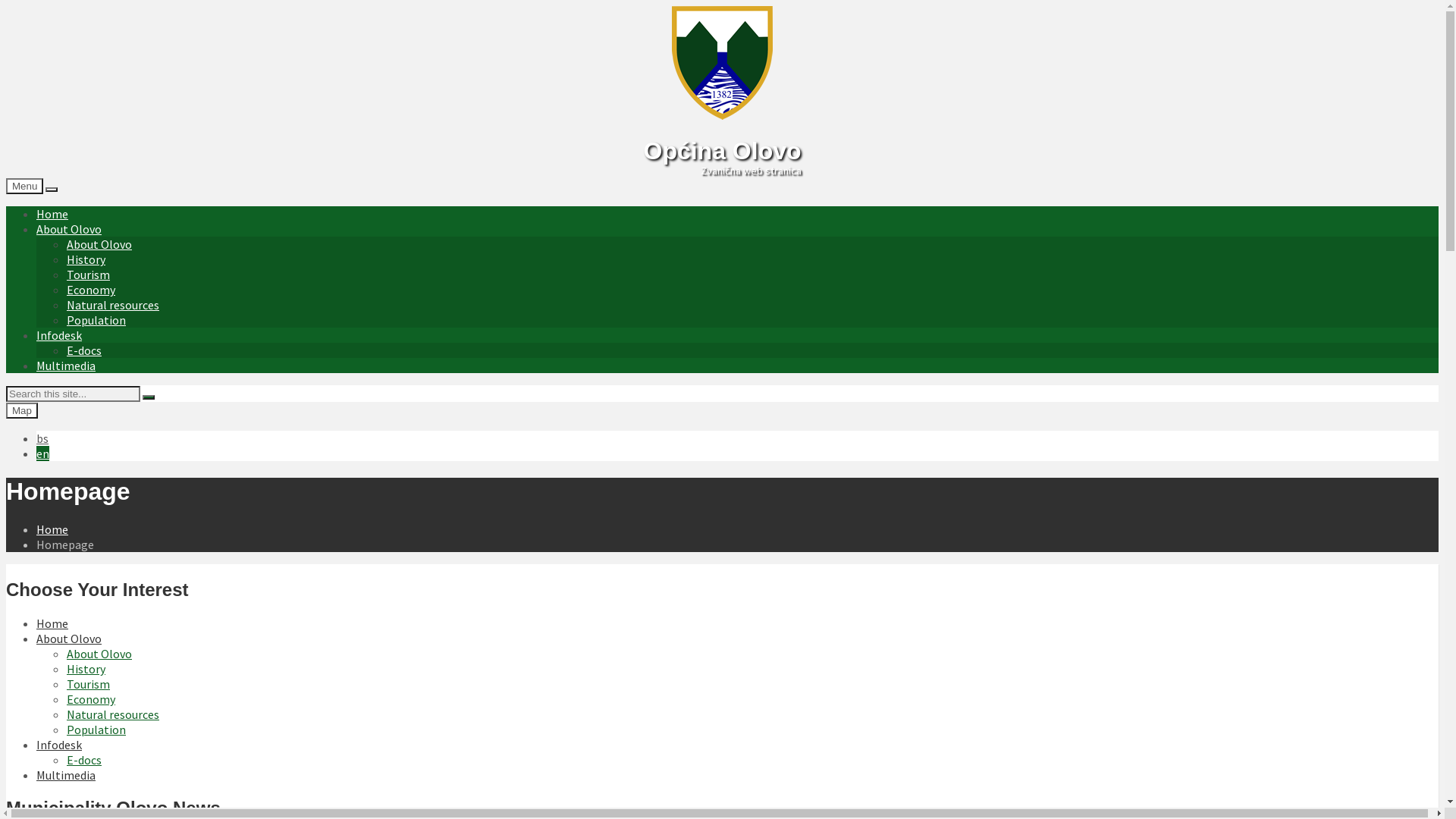 This screenshot has height=819, width=1456. Describe the element at coordinates (95, 728) in the screenshot. I see `'Population'` at that location.